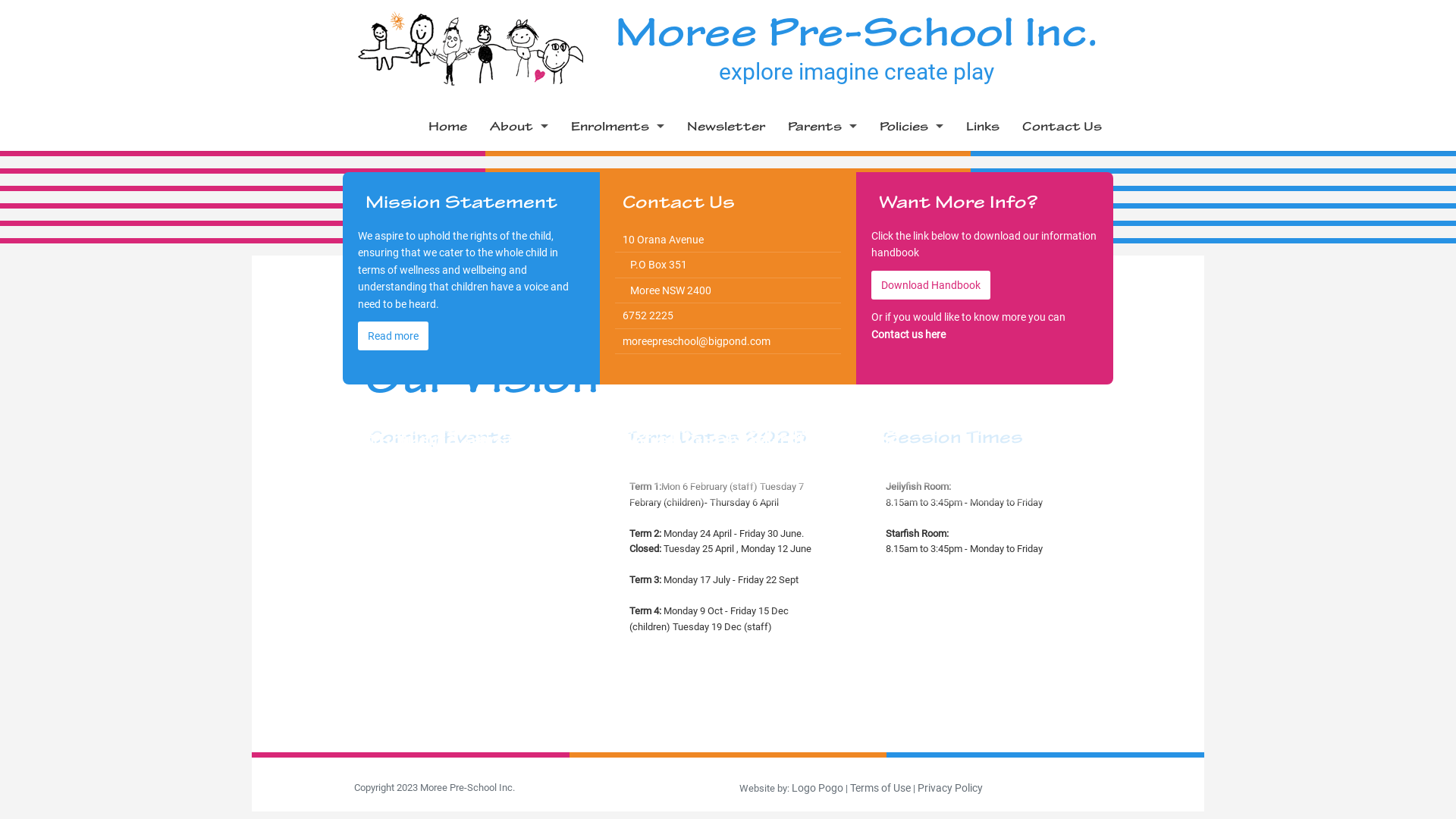 The image size is (1456, 819). What do you see at coordinates (393, 335) in the screenshot?
I see `'Read more'` at bounding box center [393, 335].